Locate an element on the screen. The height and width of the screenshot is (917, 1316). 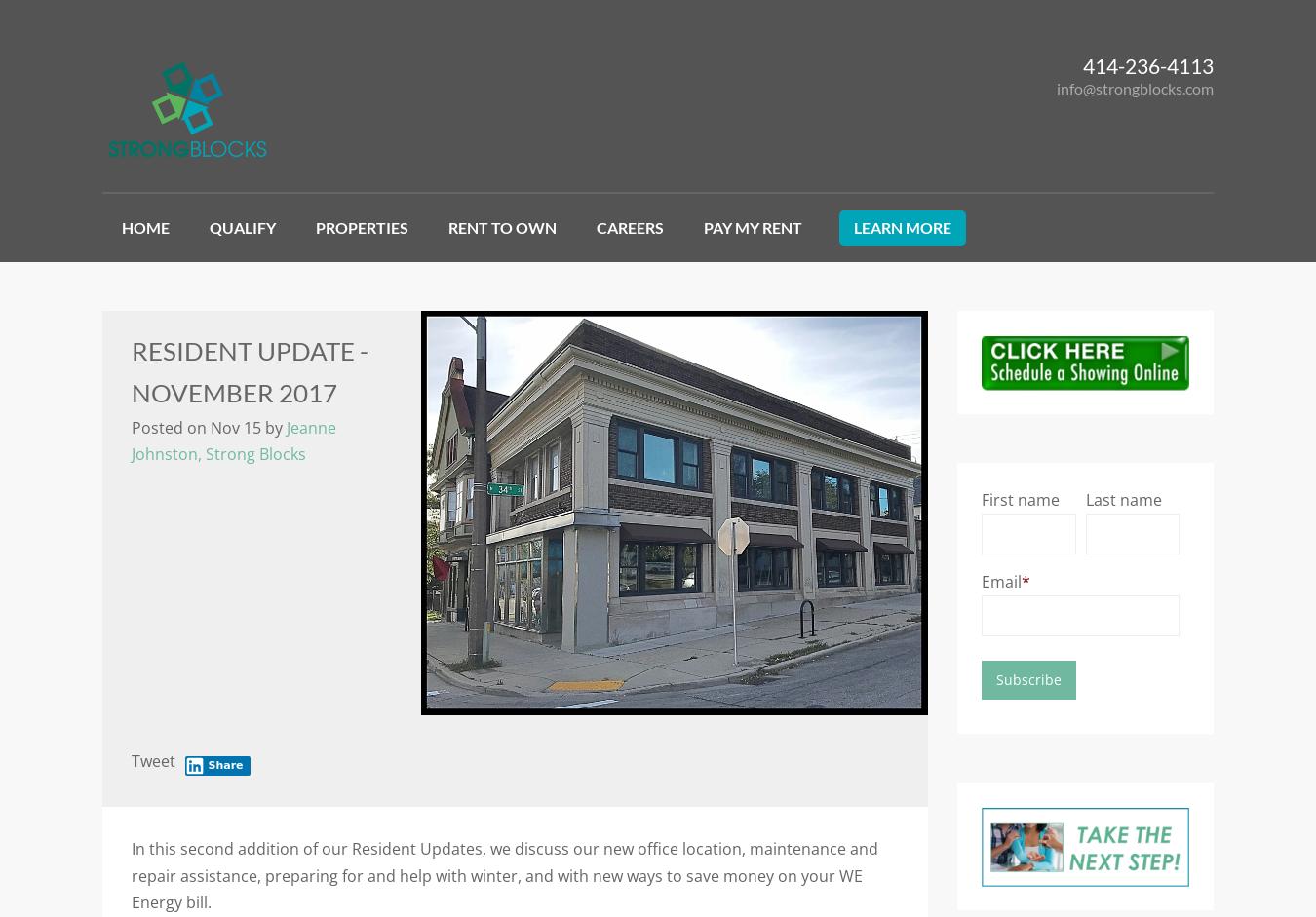
'*' is located at coordinates (1026, 580).